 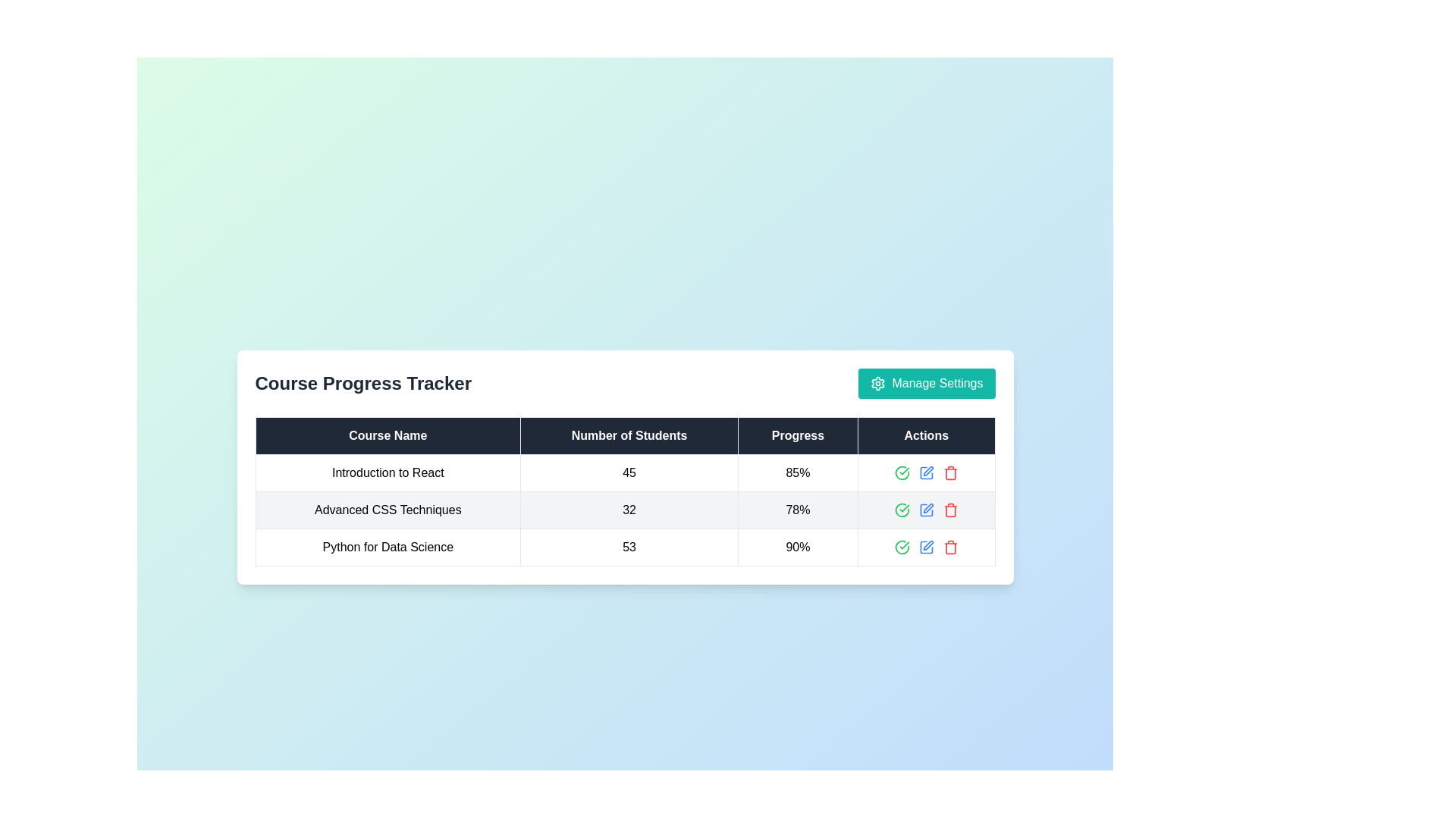 What do you see at coordinates (927, 470) in the screenshot?
I see `the pen-like icon located in the 'Actions' column of the last row in the table` at bounding box center [927, 470].